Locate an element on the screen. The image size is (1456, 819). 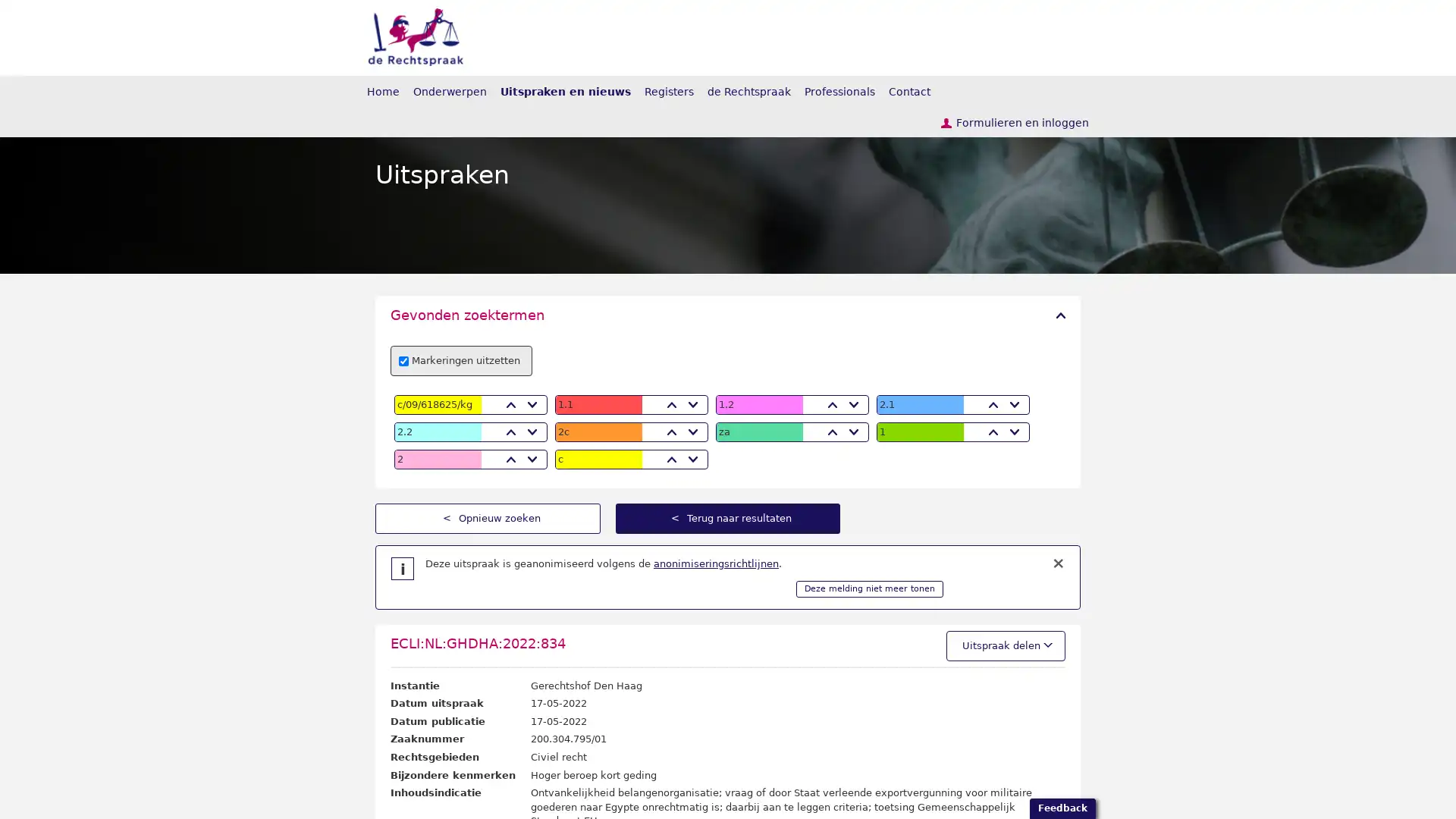
Vorige zoek term is located at coordinates (671, 431).